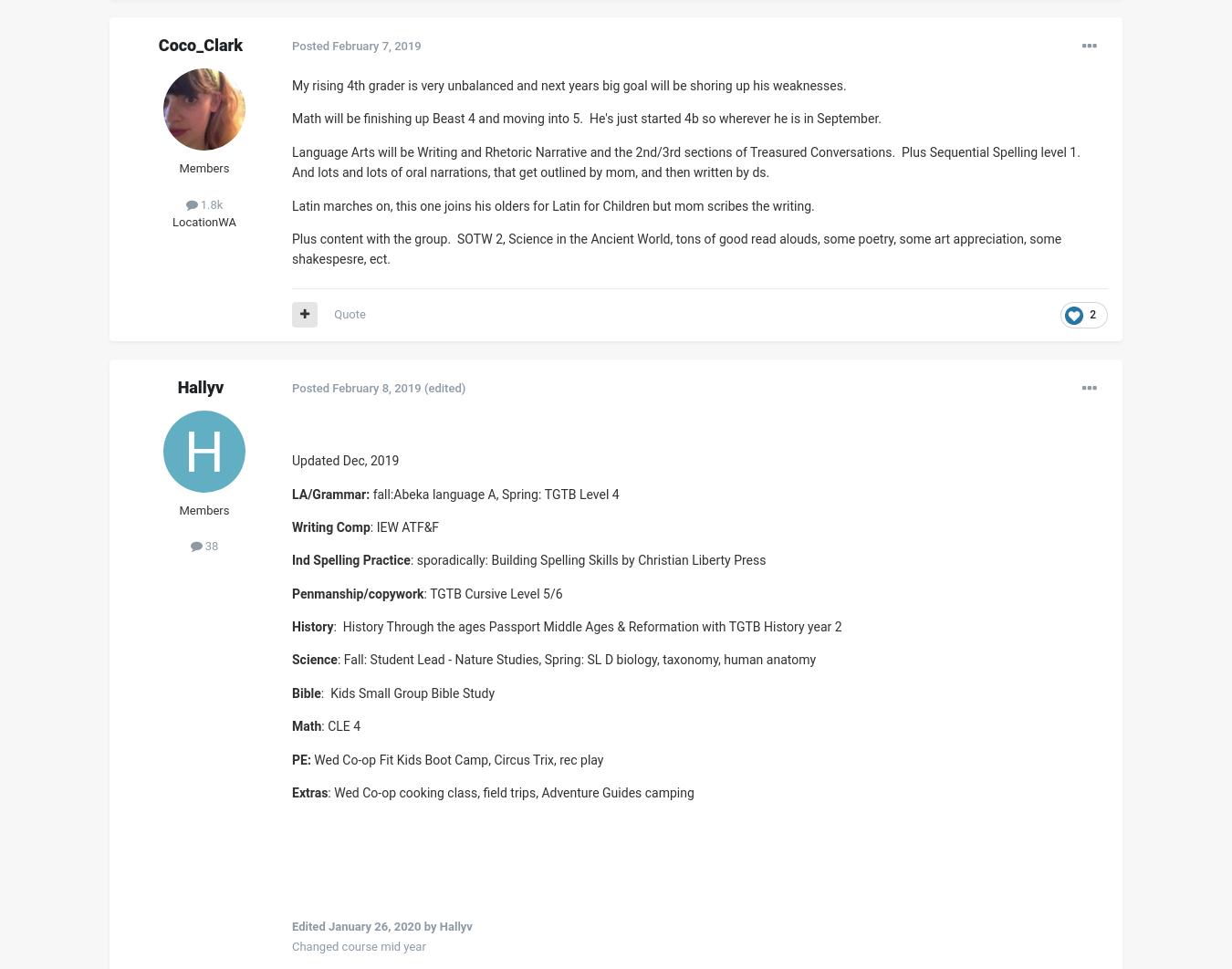 Image resolution: width=1232 pixels, height=969 pixels. Describe the element at coordinates (320, 725) in the screenshot. I see `':'` at that location.